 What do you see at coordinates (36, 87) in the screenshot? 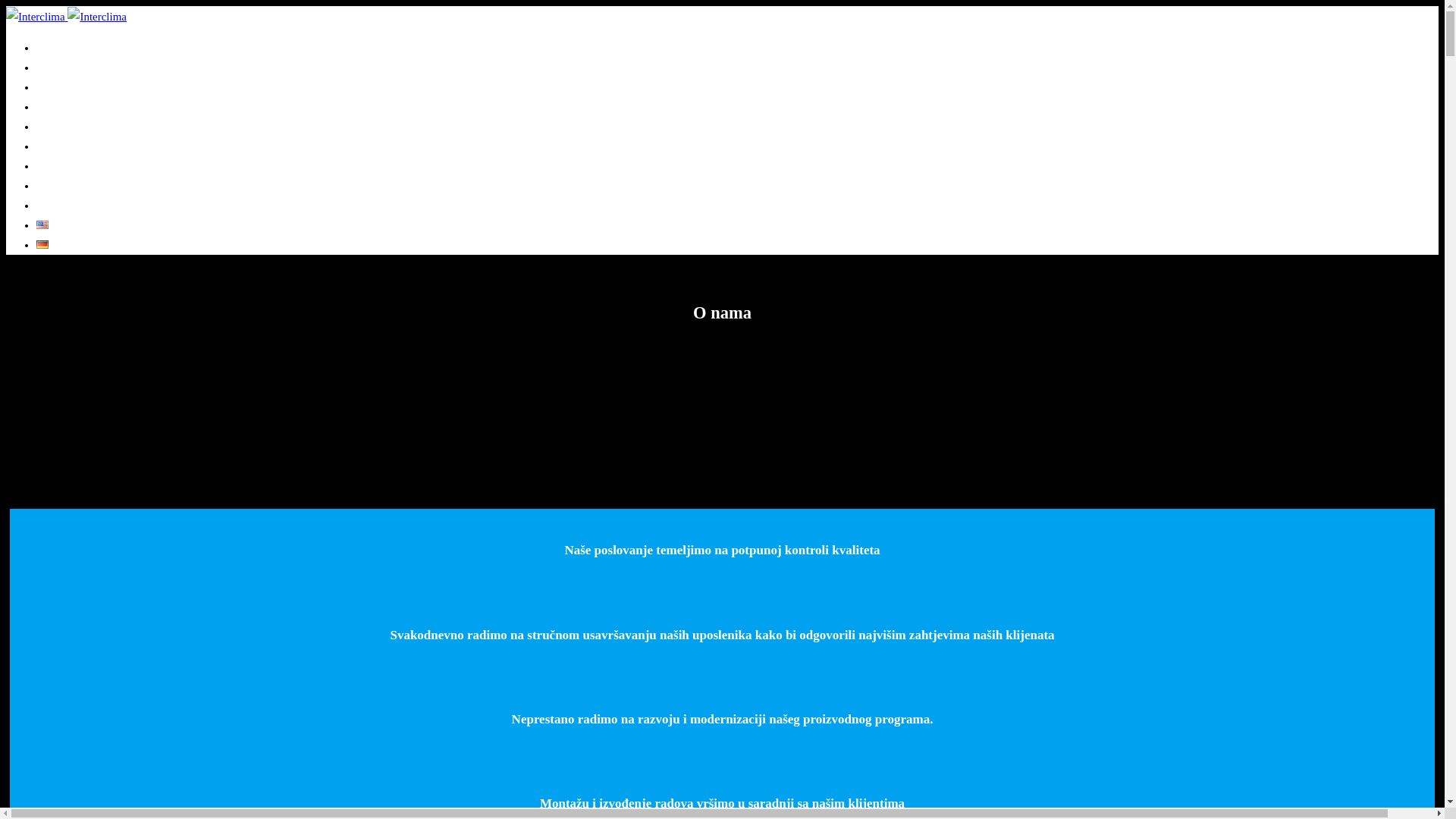
I see `'Projektovanje'` at bounding box center [36, 87].